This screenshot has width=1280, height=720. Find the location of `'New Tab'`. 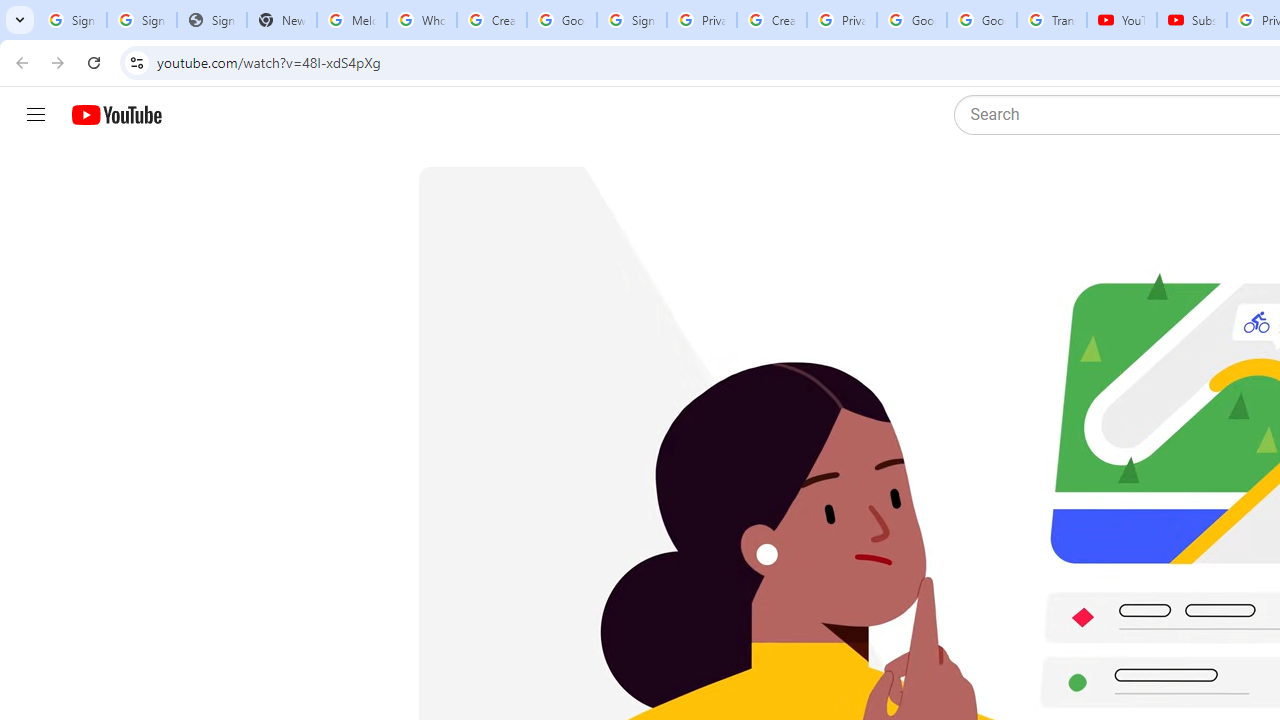

'New Tab' is located at coordinates (281, 20).